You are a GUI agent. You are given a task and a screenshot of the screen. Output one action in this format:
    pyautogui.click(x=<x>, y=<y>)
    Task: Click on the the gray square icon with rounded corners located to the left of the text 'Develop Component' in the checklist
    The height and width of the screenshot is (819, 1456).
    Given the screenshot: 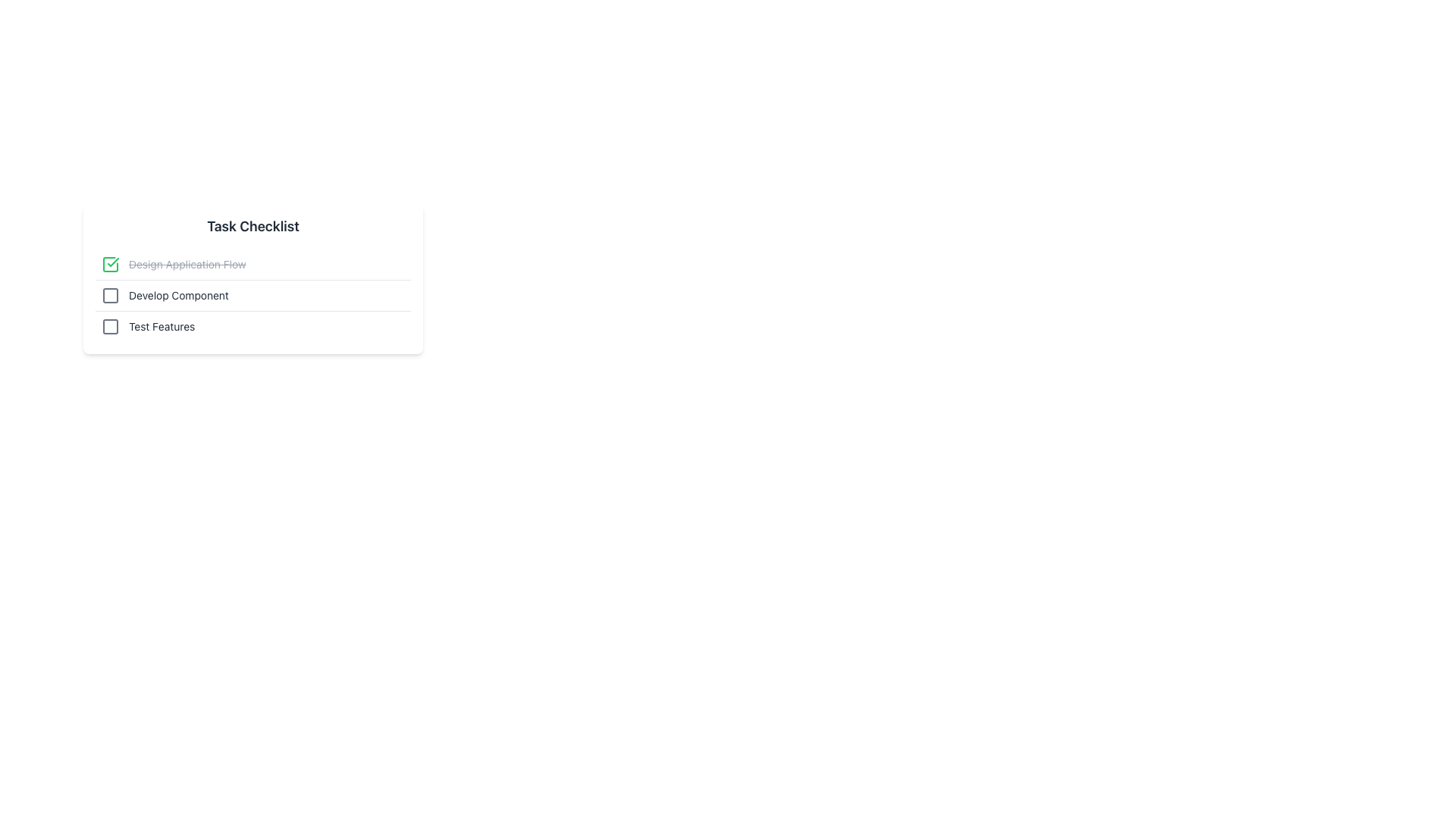 What is the action you would take?
    pyautogui.click(x=109, y=295)
    